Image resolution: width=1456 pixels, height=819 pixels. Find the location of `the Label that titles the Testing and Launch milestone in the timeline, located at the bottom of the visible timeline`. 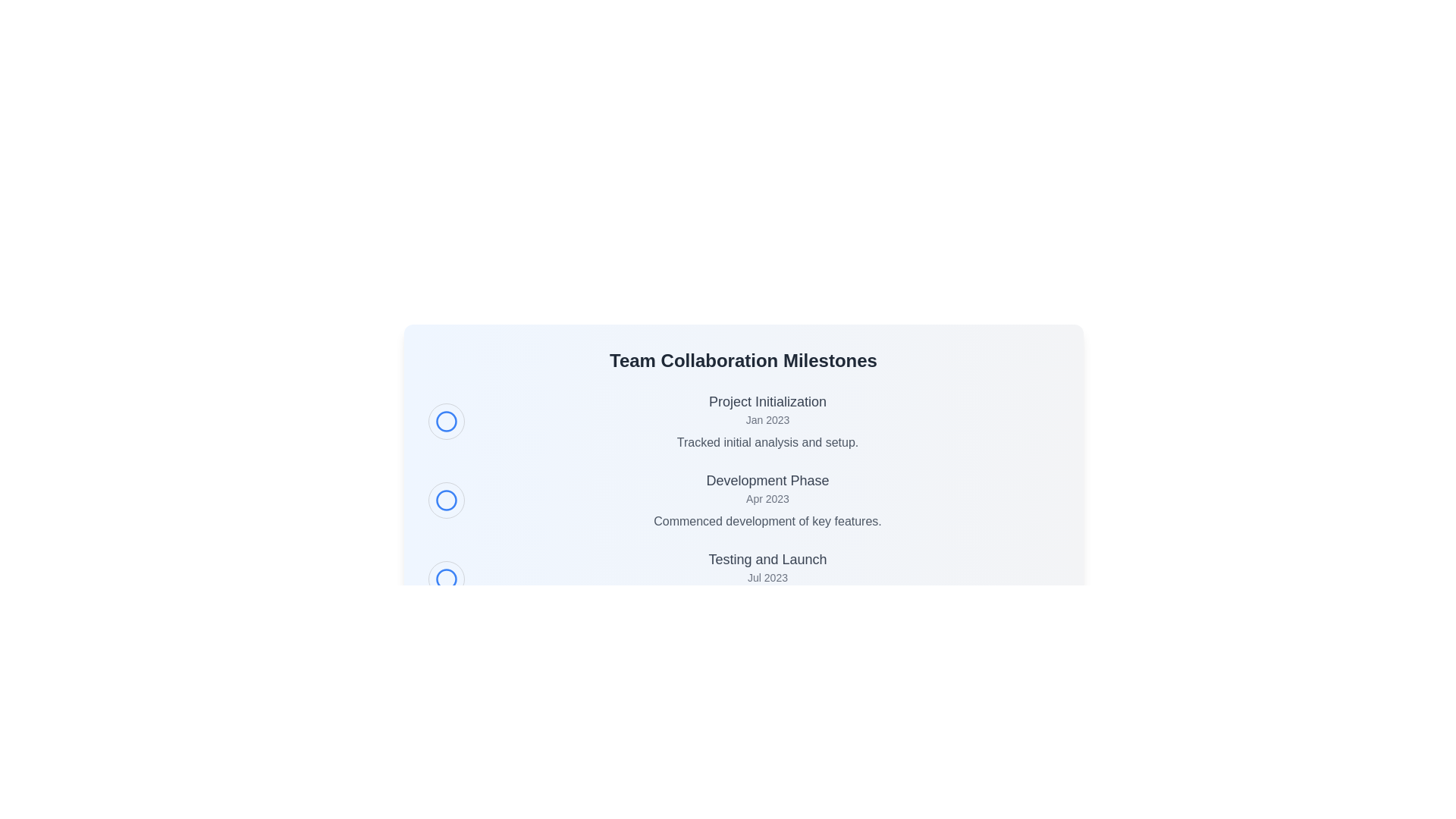

the Label that titles the Testing and Launch milestone in the timeline, located at the bottom of the visible timeline is located at coordinates (767, 559).